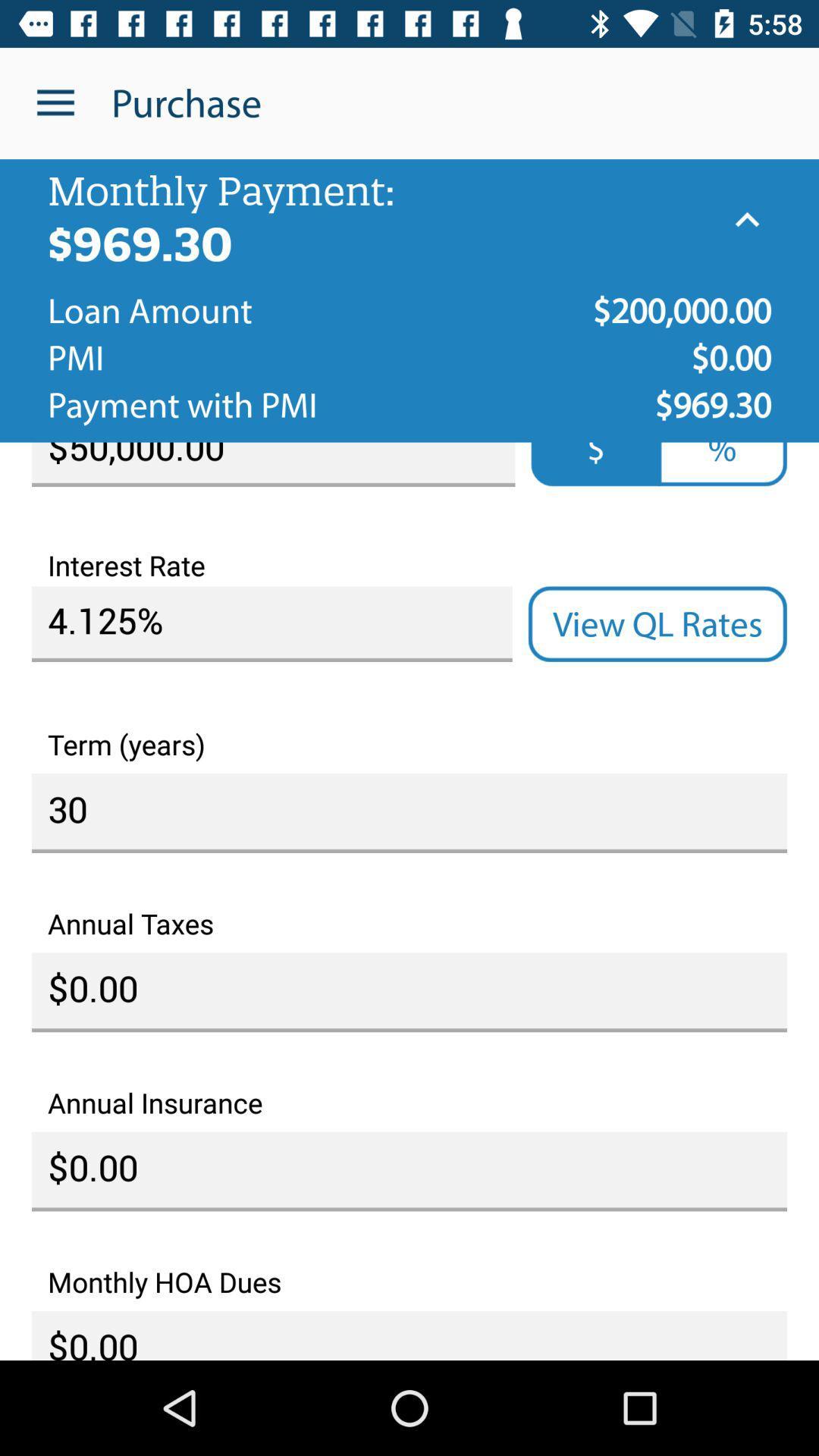  I want to click on 4.125% icon, so click(271, 624).